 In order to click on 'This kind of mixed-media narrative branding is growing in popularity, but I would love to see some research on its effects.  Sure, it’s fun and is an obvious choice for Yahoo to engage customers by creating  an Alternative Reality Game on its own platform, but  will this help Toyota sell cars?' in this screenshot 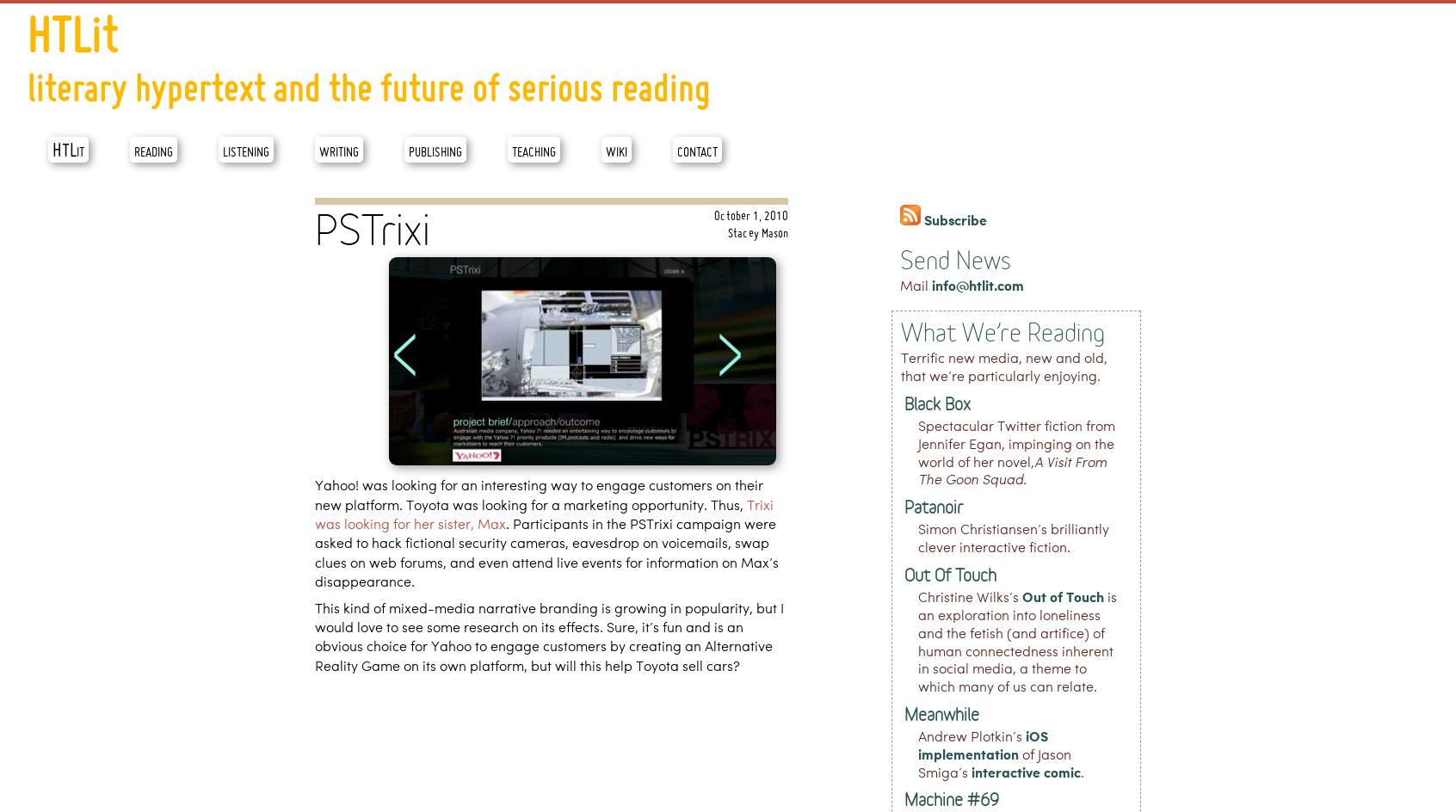, I will do `click(314, 637)`.